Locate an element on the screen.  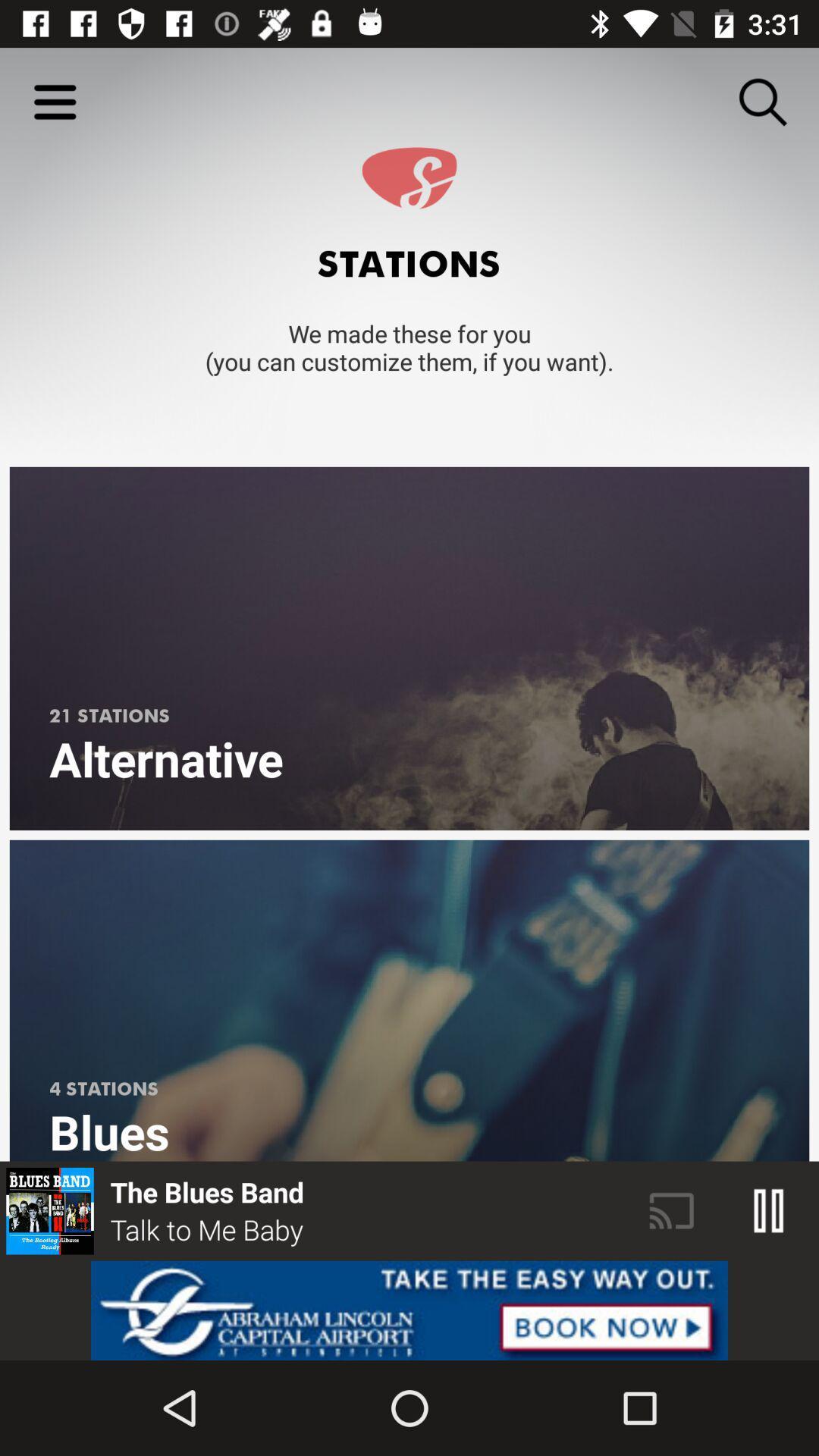
the pause icon is located at coordinates (769, 1210).